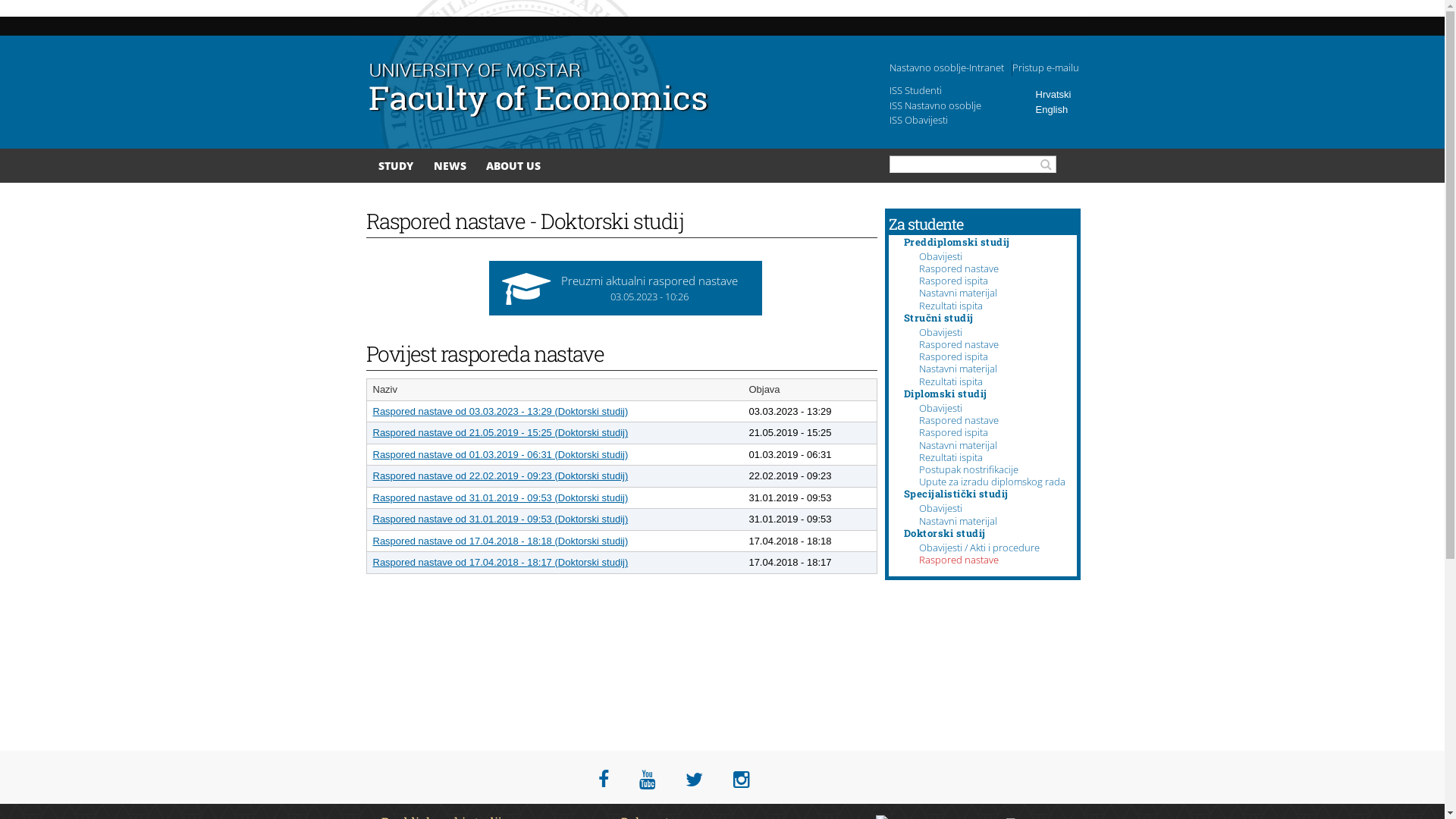 Image resolution: width=1456 pixels, height=819 pixels. I want to click on 'ISS Studenti', so click(914, 90).